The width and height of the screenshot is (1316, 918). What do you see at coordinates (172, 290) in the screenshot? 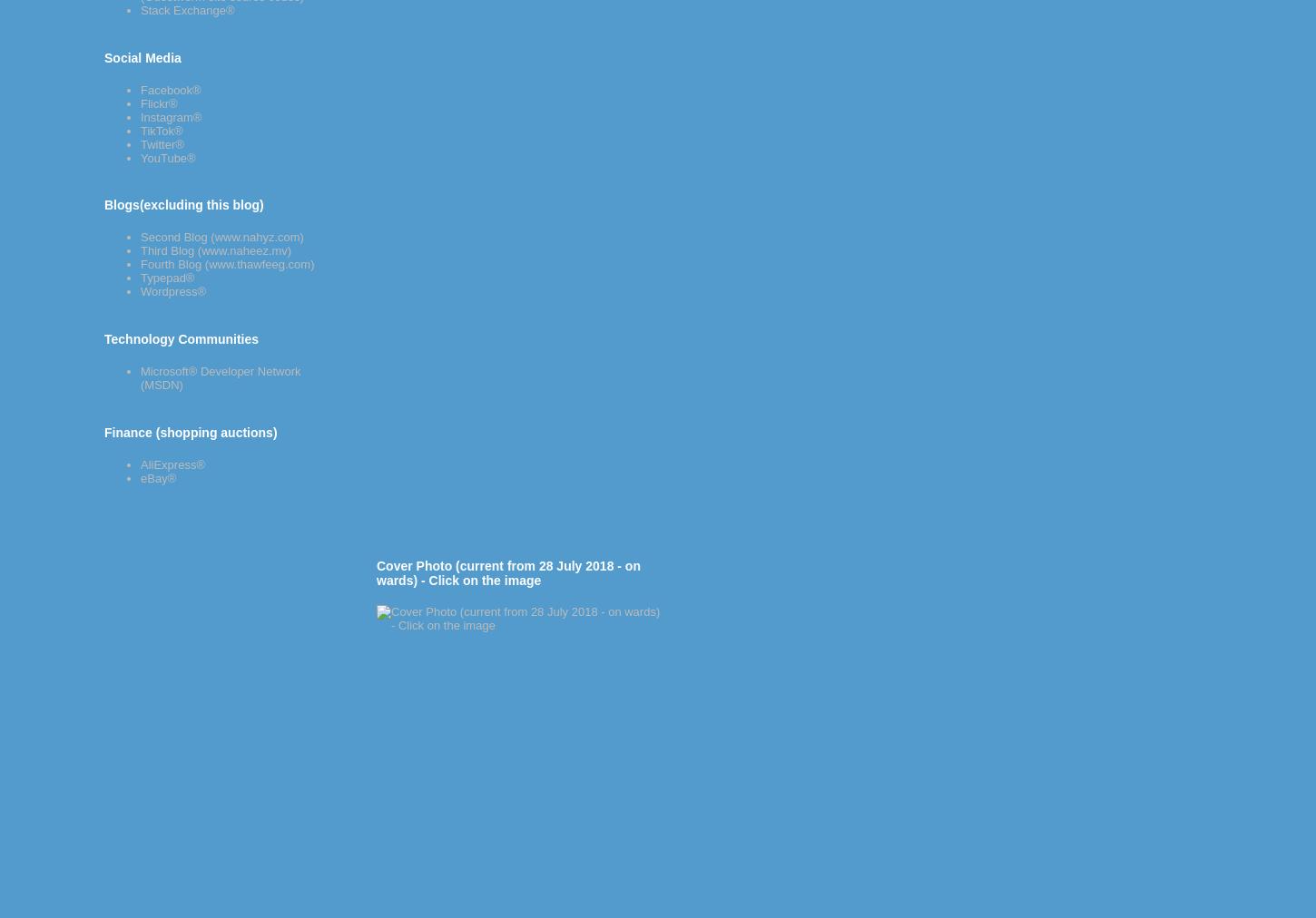
I see `'Wordpress®'` at bounding box center [172, 290].